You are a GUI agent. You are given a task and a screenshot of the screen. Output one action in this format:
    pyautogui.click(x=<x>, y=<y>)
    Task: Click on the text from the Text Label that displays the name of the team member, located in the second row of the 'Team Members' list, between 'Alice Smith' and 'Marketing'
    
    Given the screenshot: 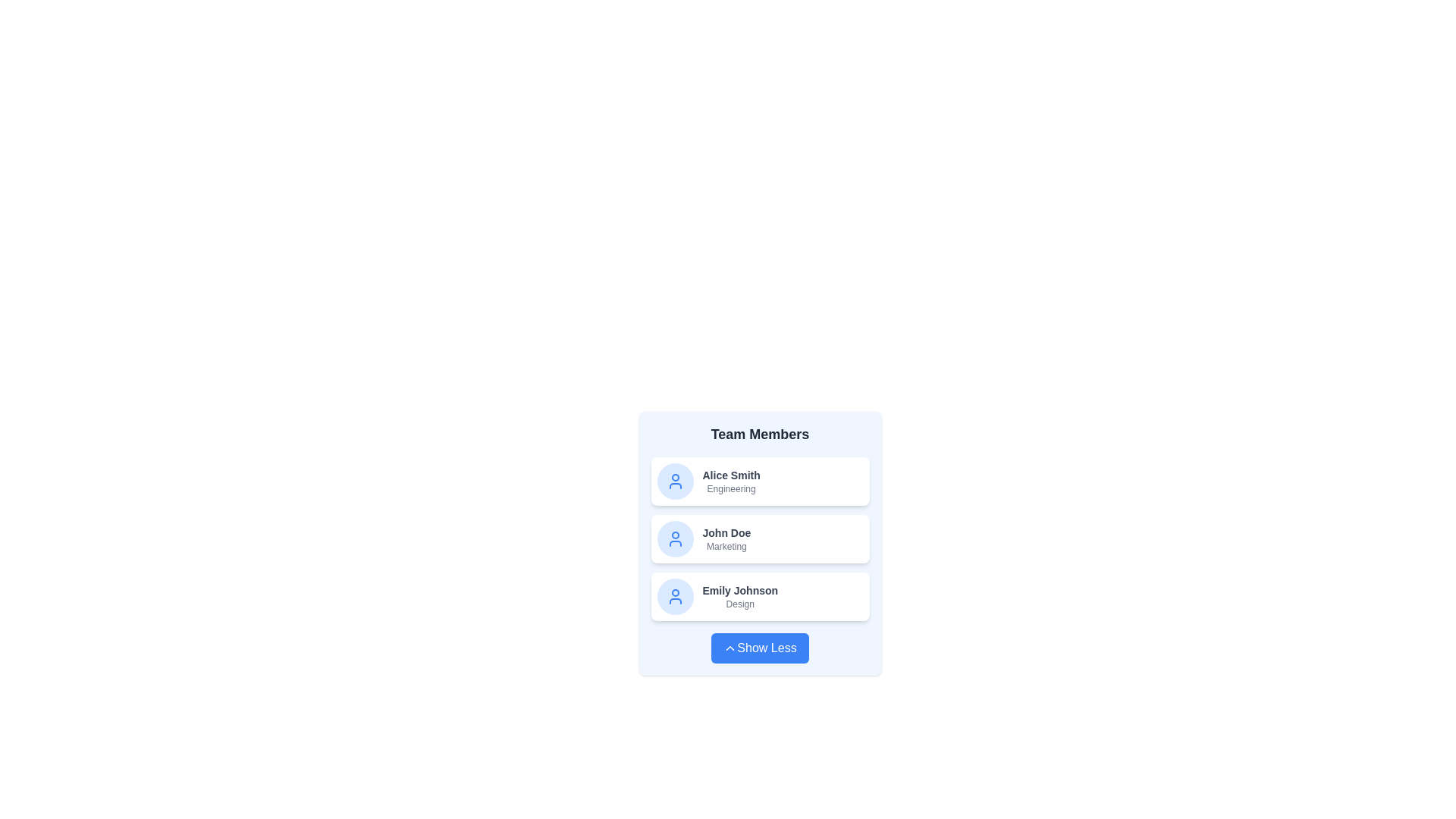 What is the action you would take?
    pyautogui.click(x=726, y=532)
    